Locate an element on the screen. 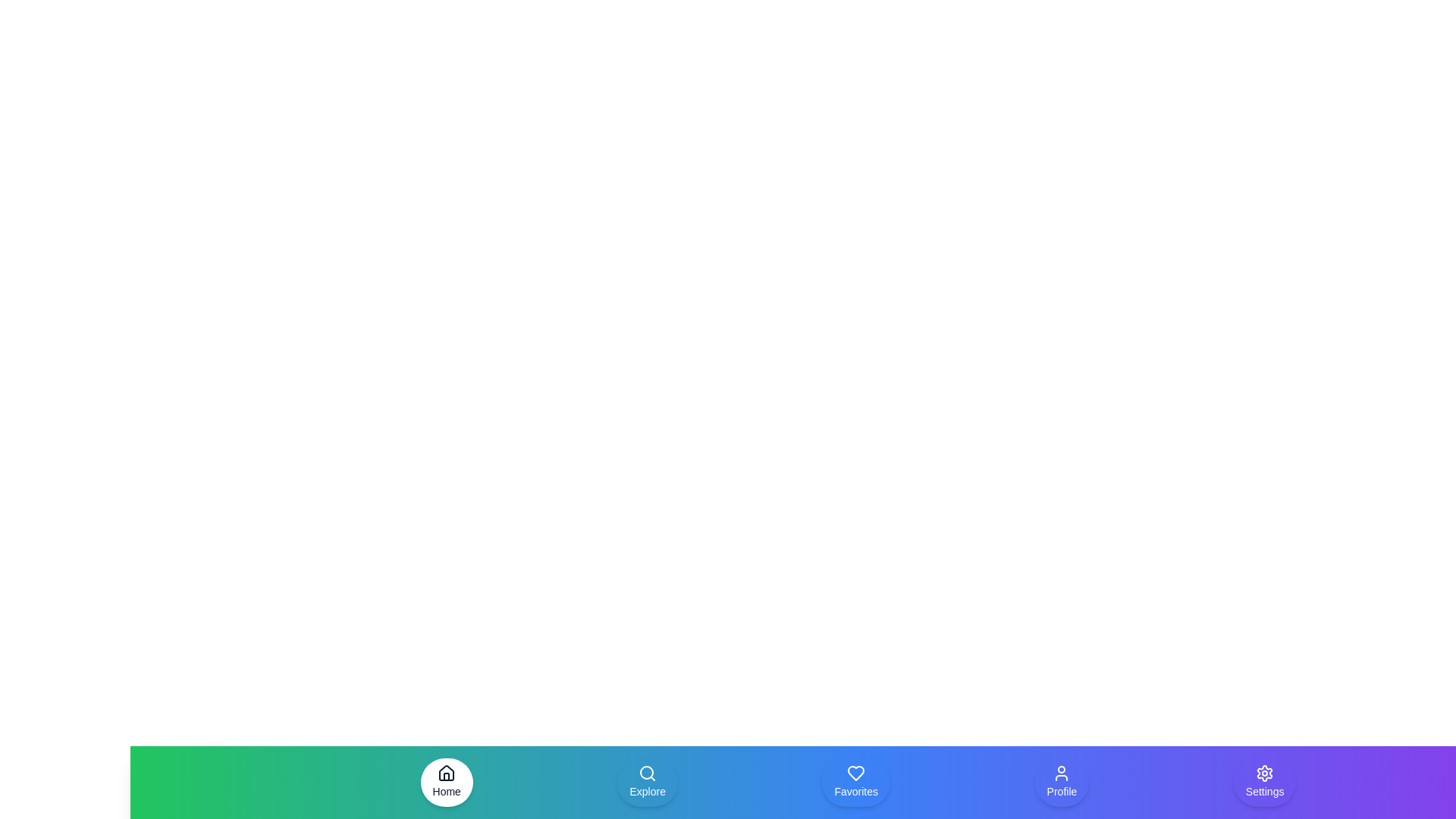 The width and height of the screenshot is (1456, 819). the button labeled Profile to observe its visual state change is located at coordinates (1061, 783).